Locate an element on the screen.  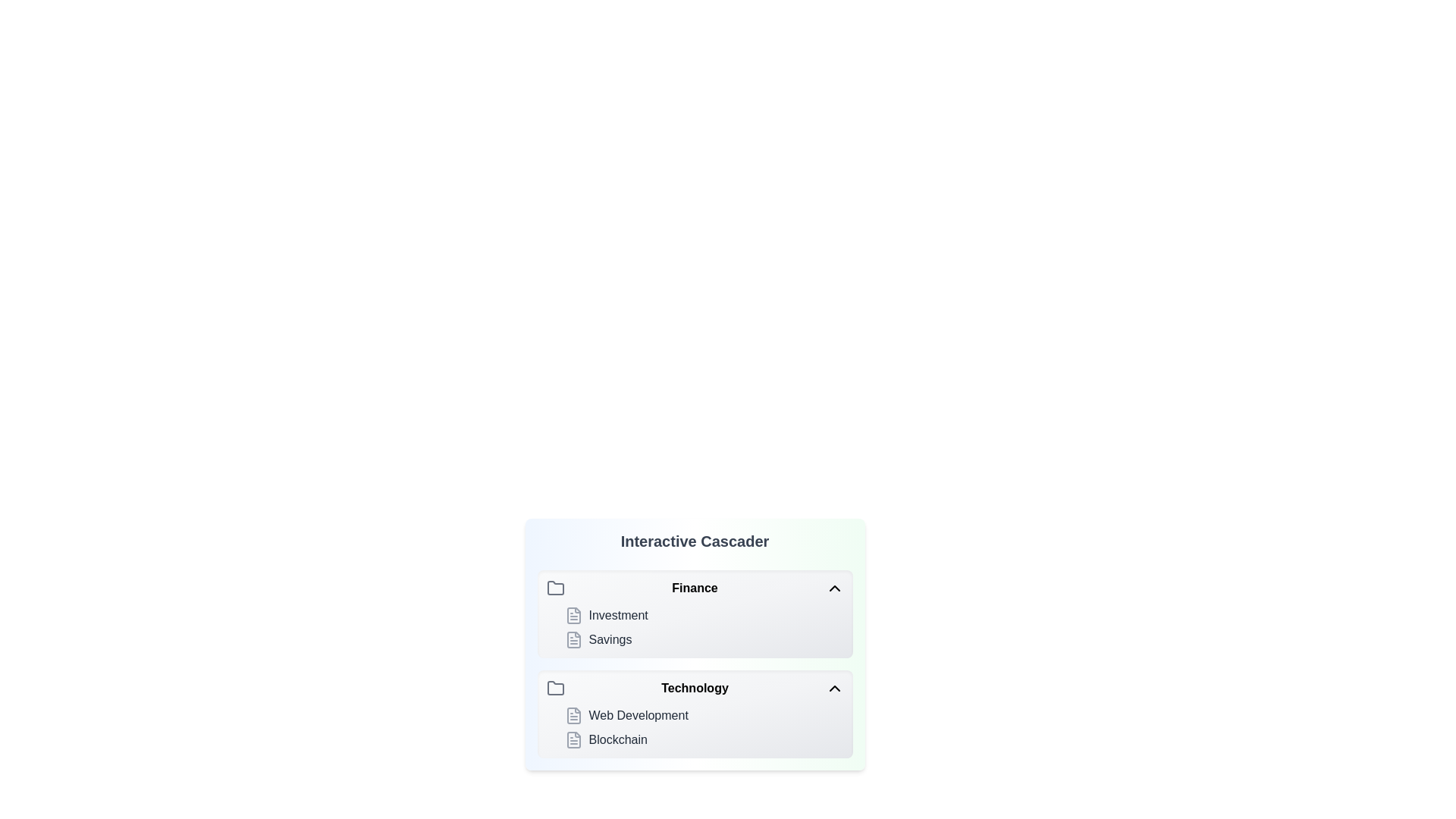
the folder icon located to the left of the 'Technology' label in the bottom section of the list is located at coordinates (554, 688).